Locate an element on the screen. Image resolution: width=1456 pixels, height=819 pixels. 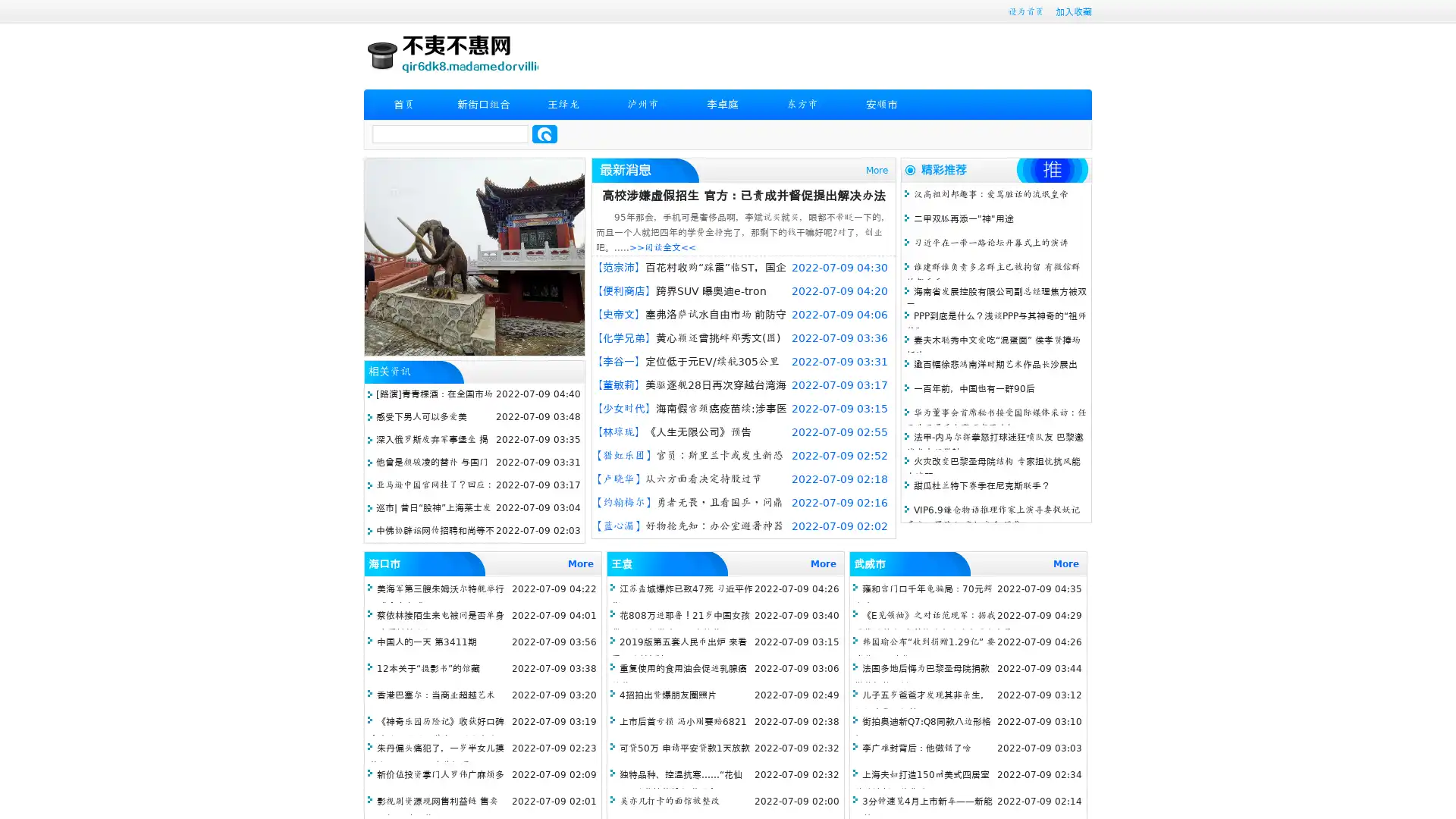
Search is located at coordinates (544, 133).